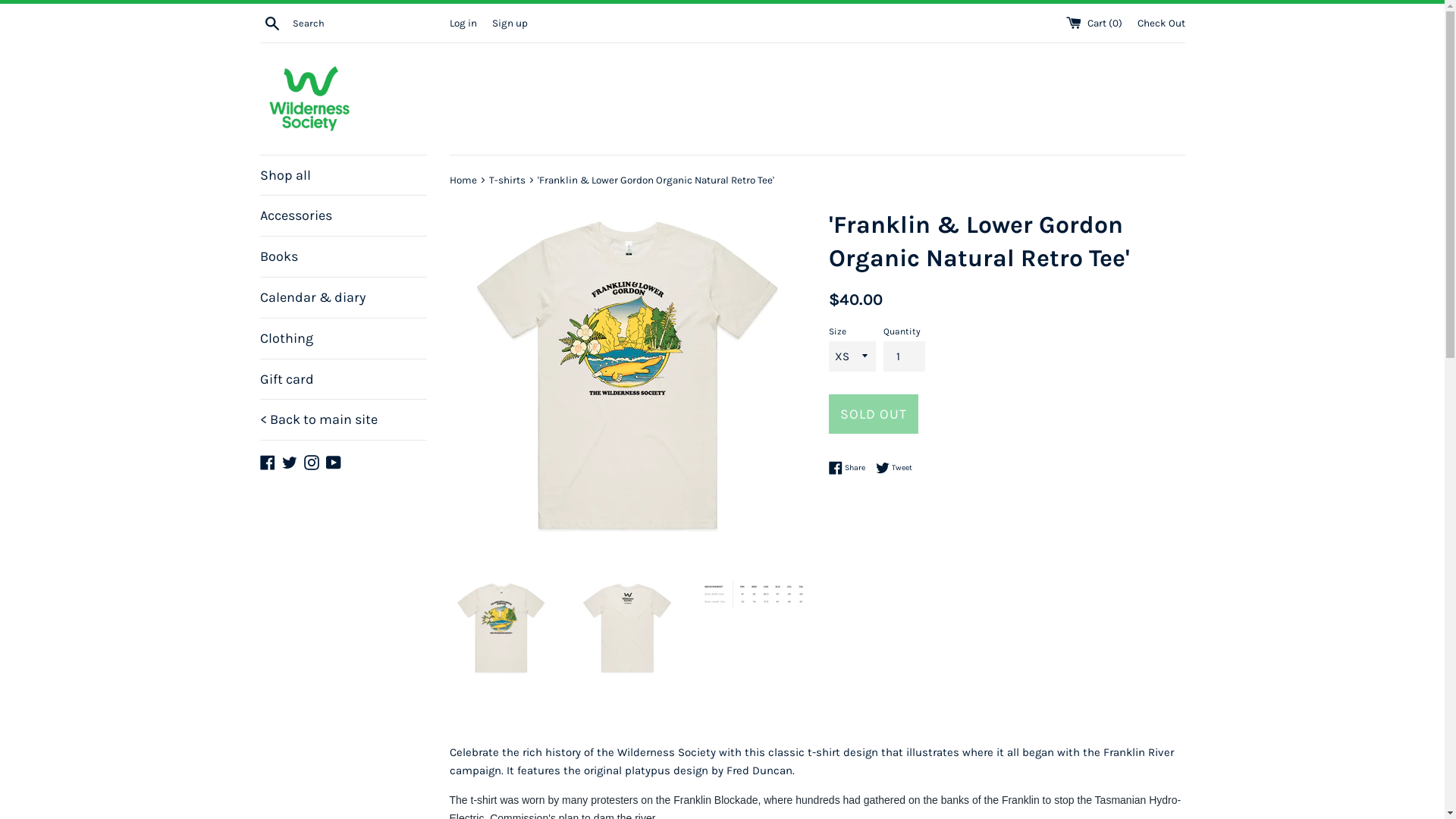  Describe the element at coordinates (850, 467) in the screenshot. I see `'Share` at that location.